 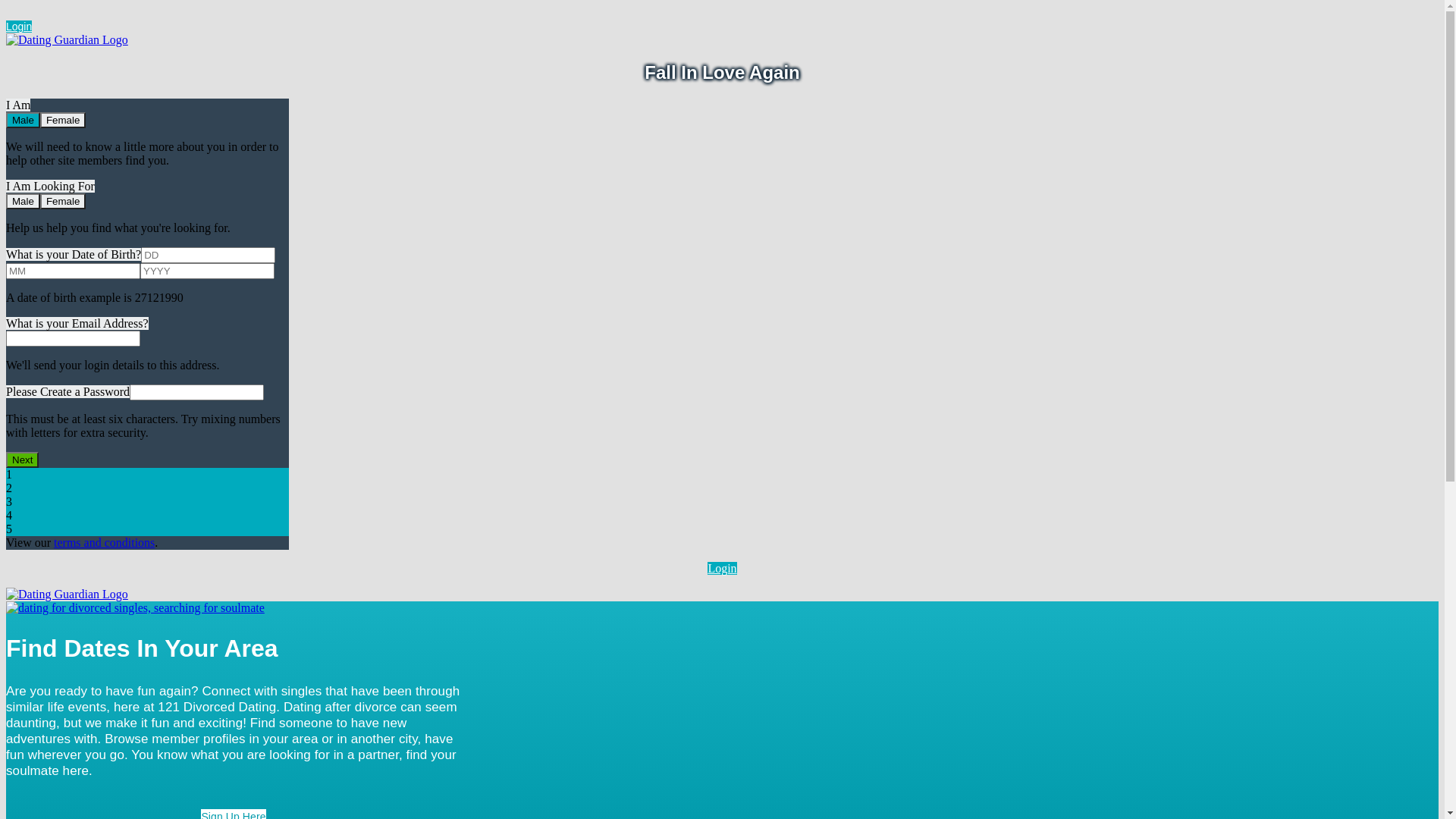 What do you see at coordinates (23, 200) in the screenshot?
I see `'Male'` at bounding box center [23, 200].